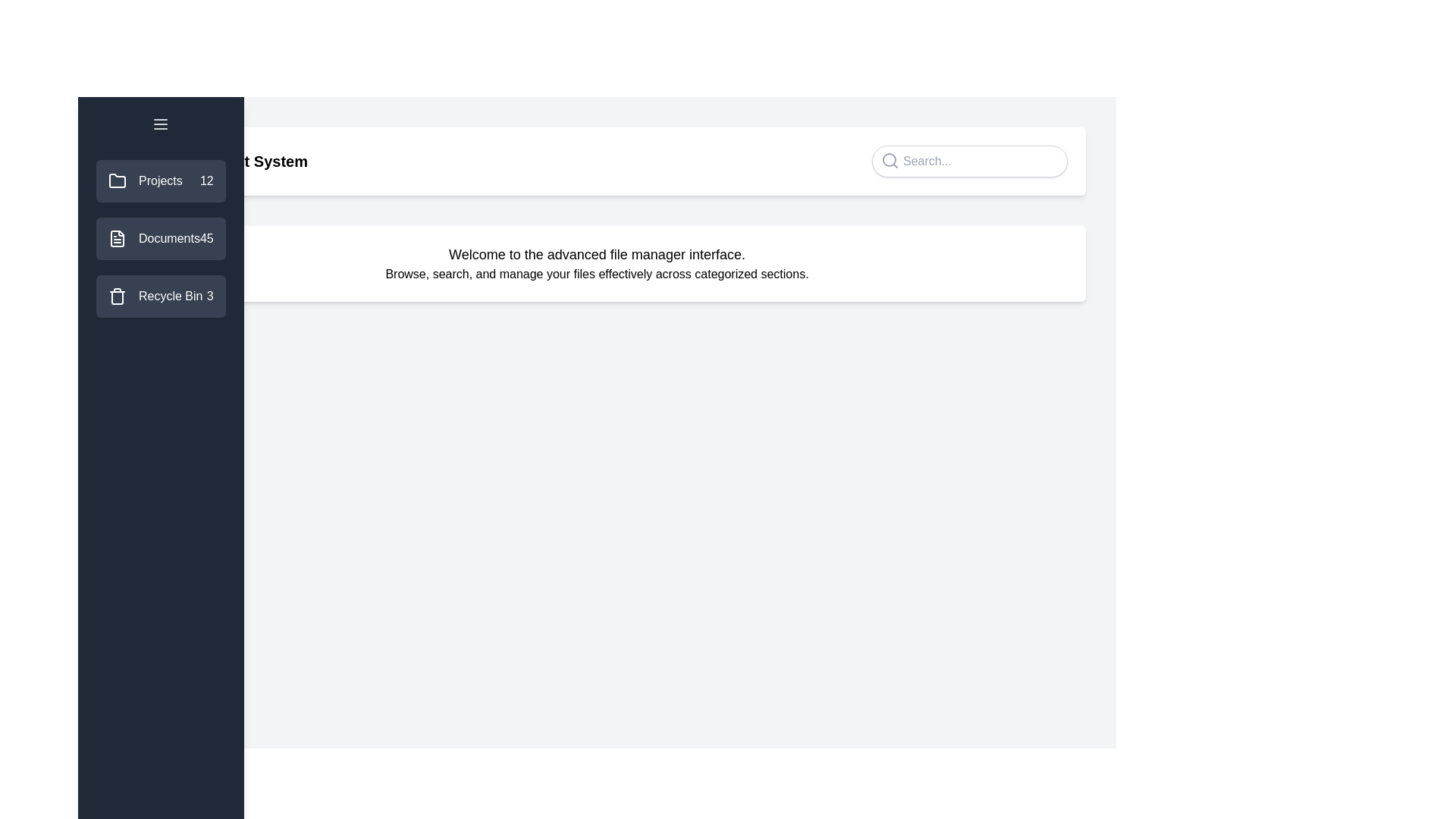 The width and height of the screenshot is (1456, 819). I want to click on the category Projects in the sidebar, so click(160, 180).